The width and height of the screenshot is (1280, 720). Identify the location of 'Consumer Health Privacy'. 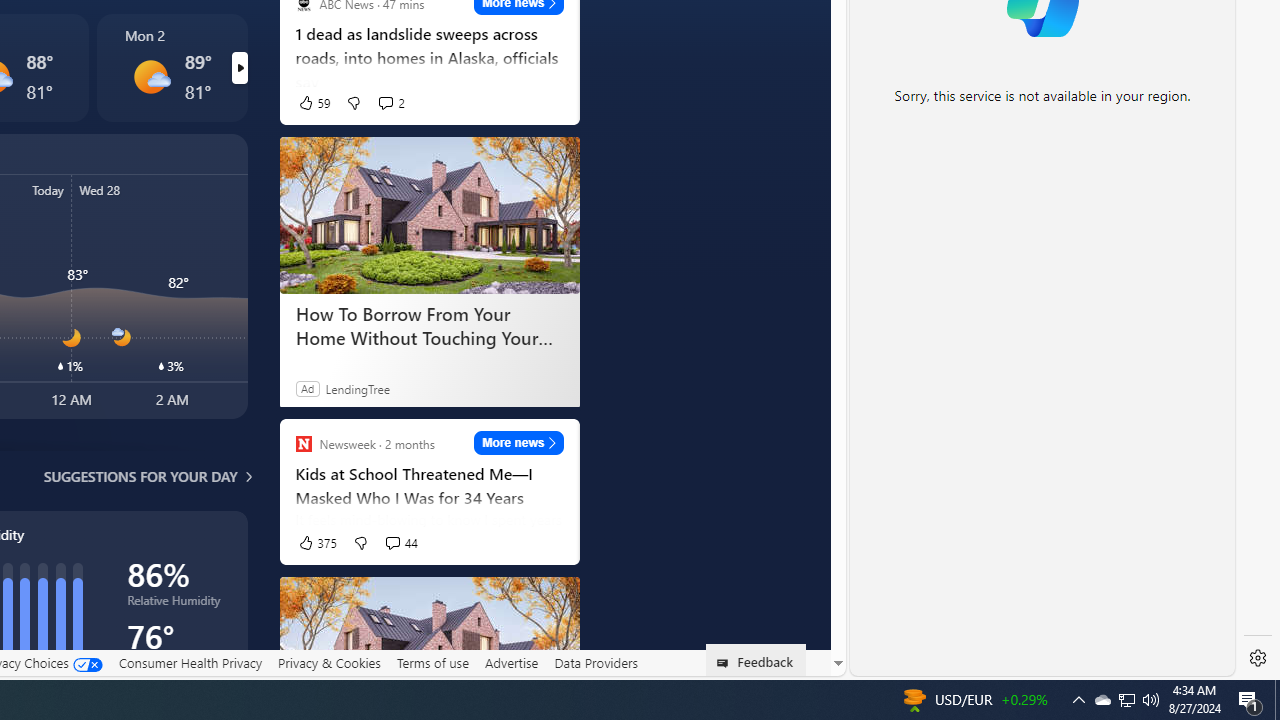
(190, 663).